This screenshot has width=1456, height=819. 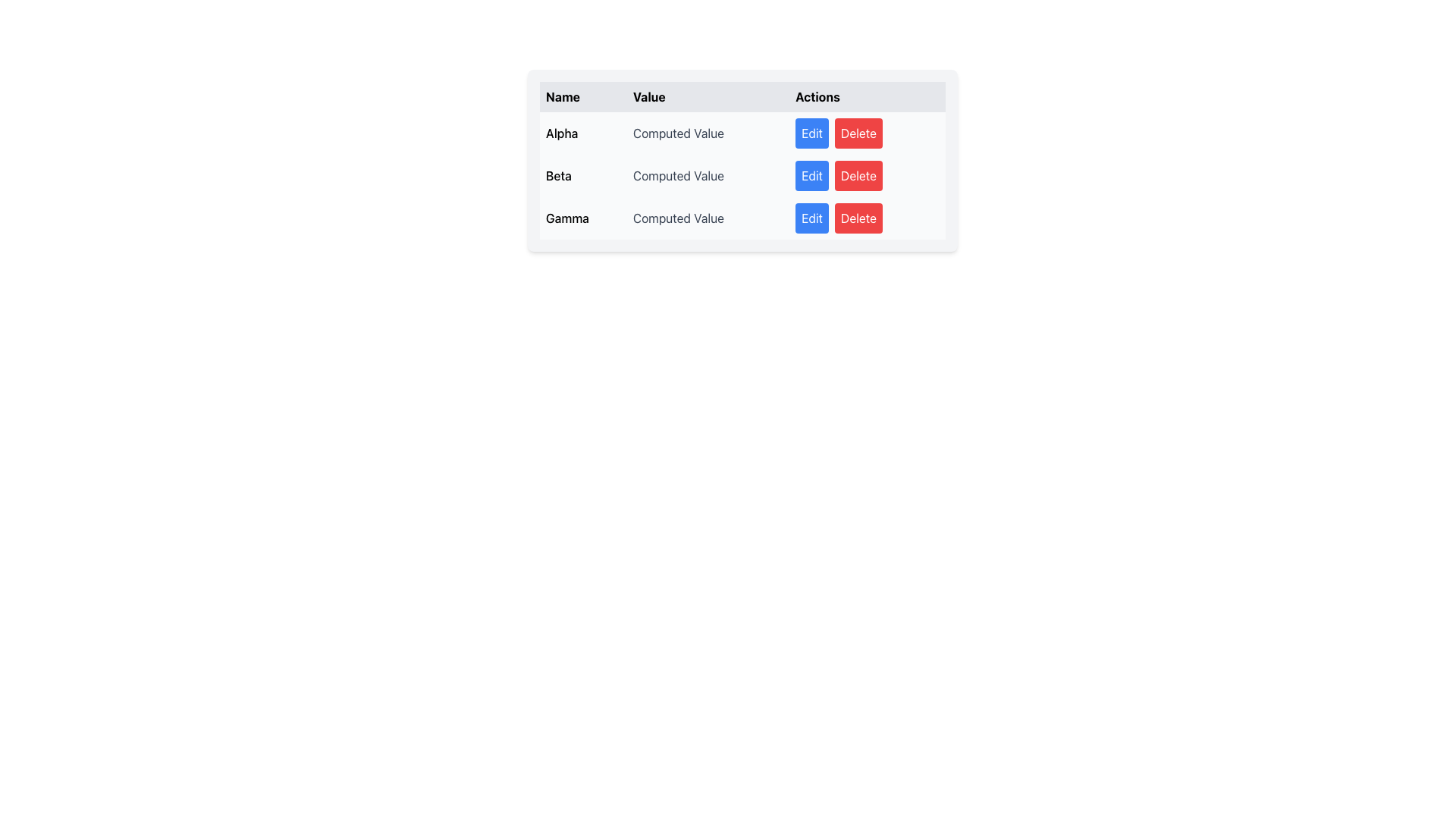 What do you see at coordinates (708, 133) in the screenshot?
I see `the read-only text cell displaying the 'Computed Value' in the second cell of the first row of the table` at bounding box center [708, 133].